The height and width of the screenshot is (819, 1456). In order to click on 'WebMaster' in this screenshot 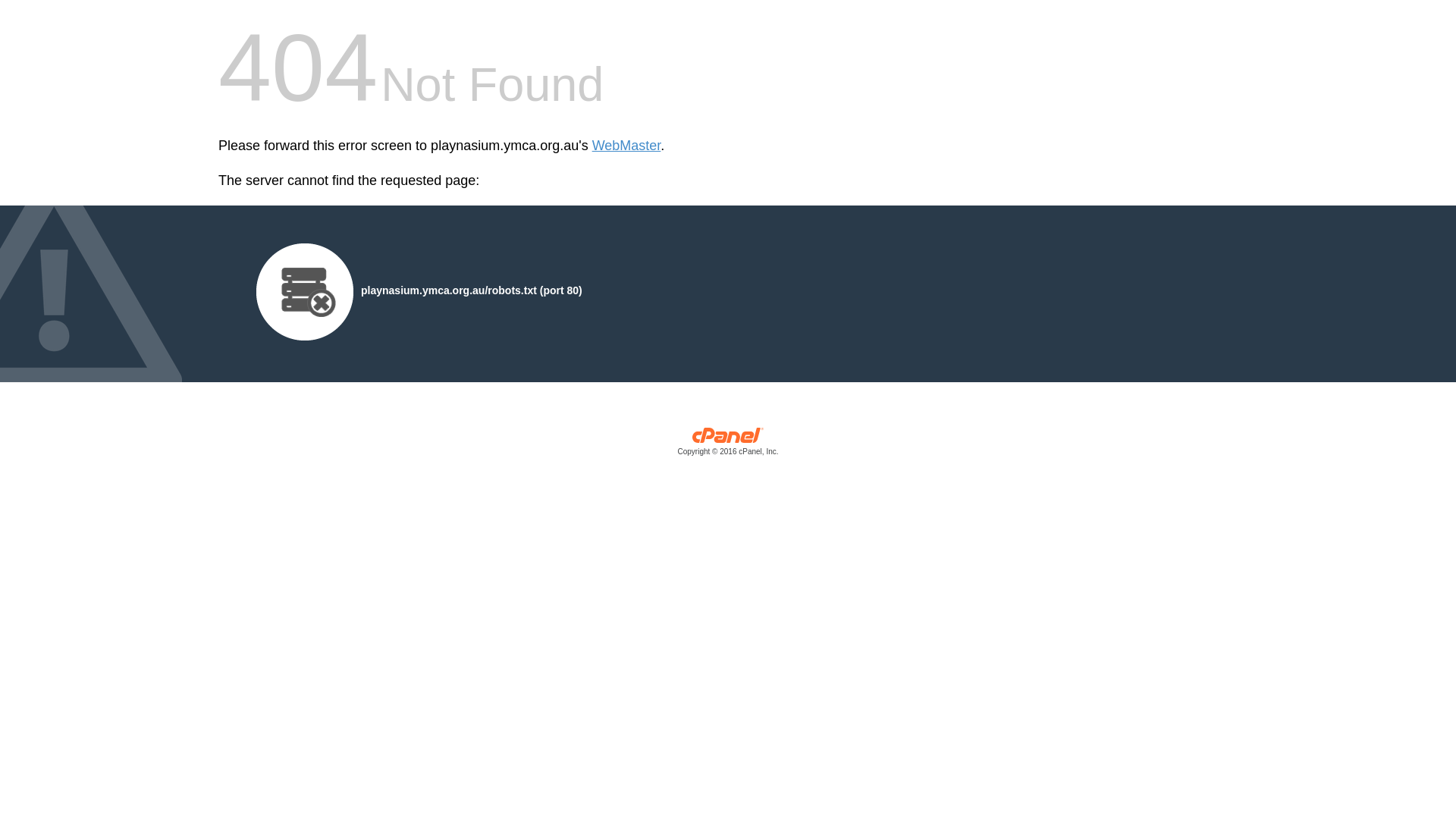, I will do `click(626, 146)`.